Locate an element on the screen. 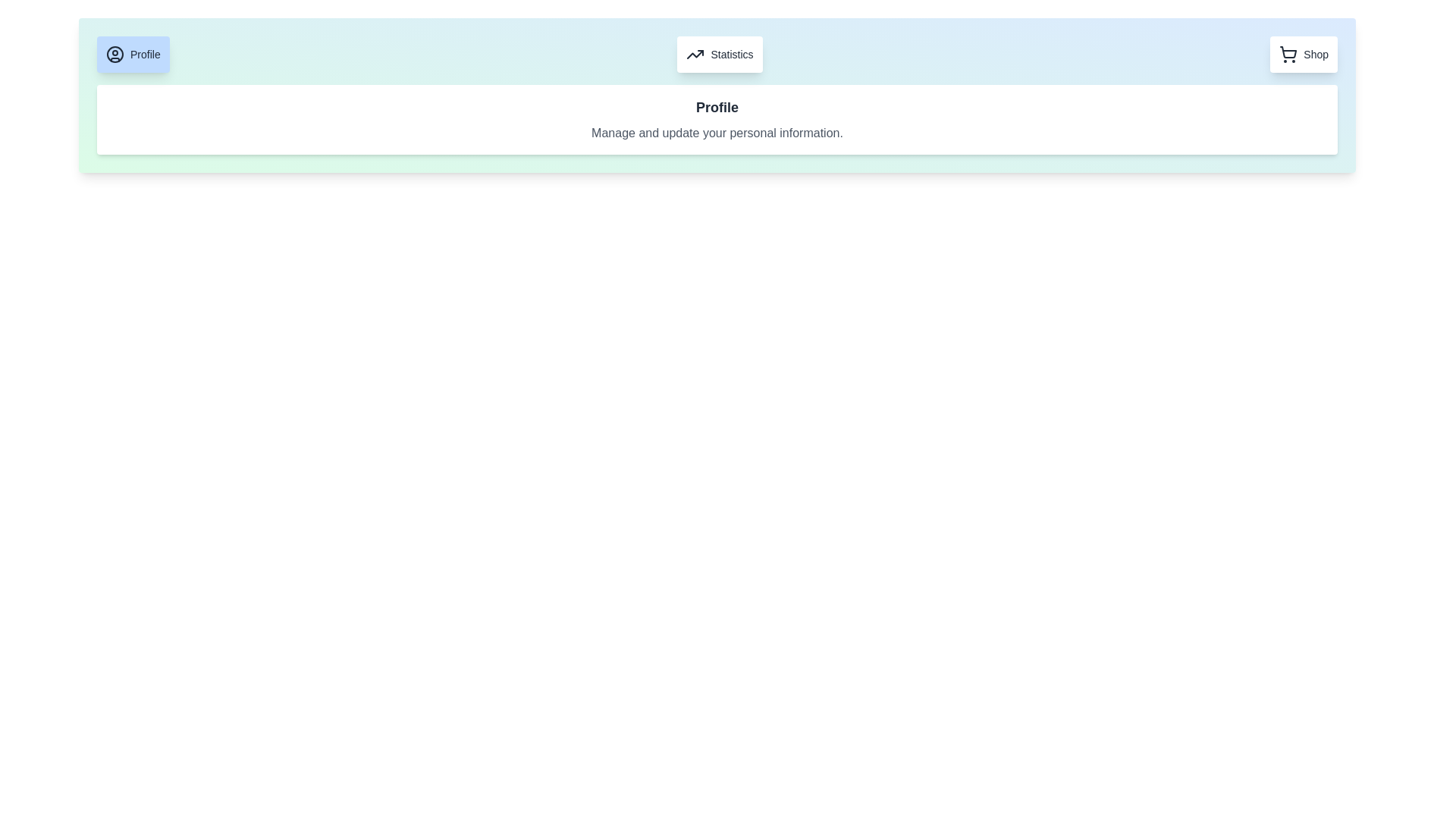 This screenshot has width=1456, height=819. the 'Shop' label which indicates the purpose of the associated button for shopping functionality, located to the right of the shopping cart icon in the top-right corner of the interface is located at coordinates (1315, 54).